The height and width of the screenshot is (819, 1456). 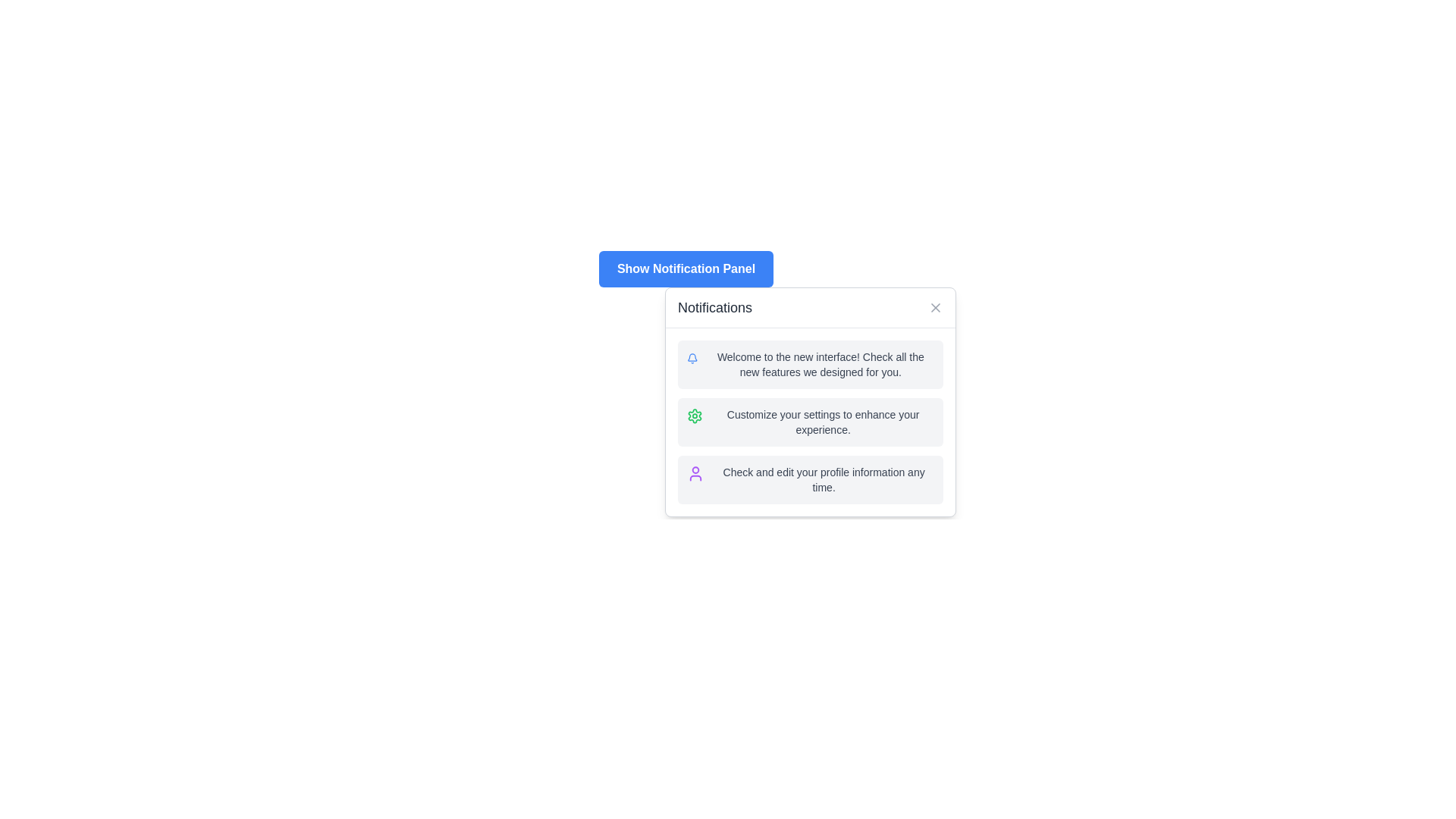 What do you see at coordinates (823, 479) in the screenshot?
I see `the text that informs the user they can check and modify their profile information at any time, located in the third section of the notifications list, below the green settings cog icon and to the right of the purple user icon` at bounding box center [823, 479].